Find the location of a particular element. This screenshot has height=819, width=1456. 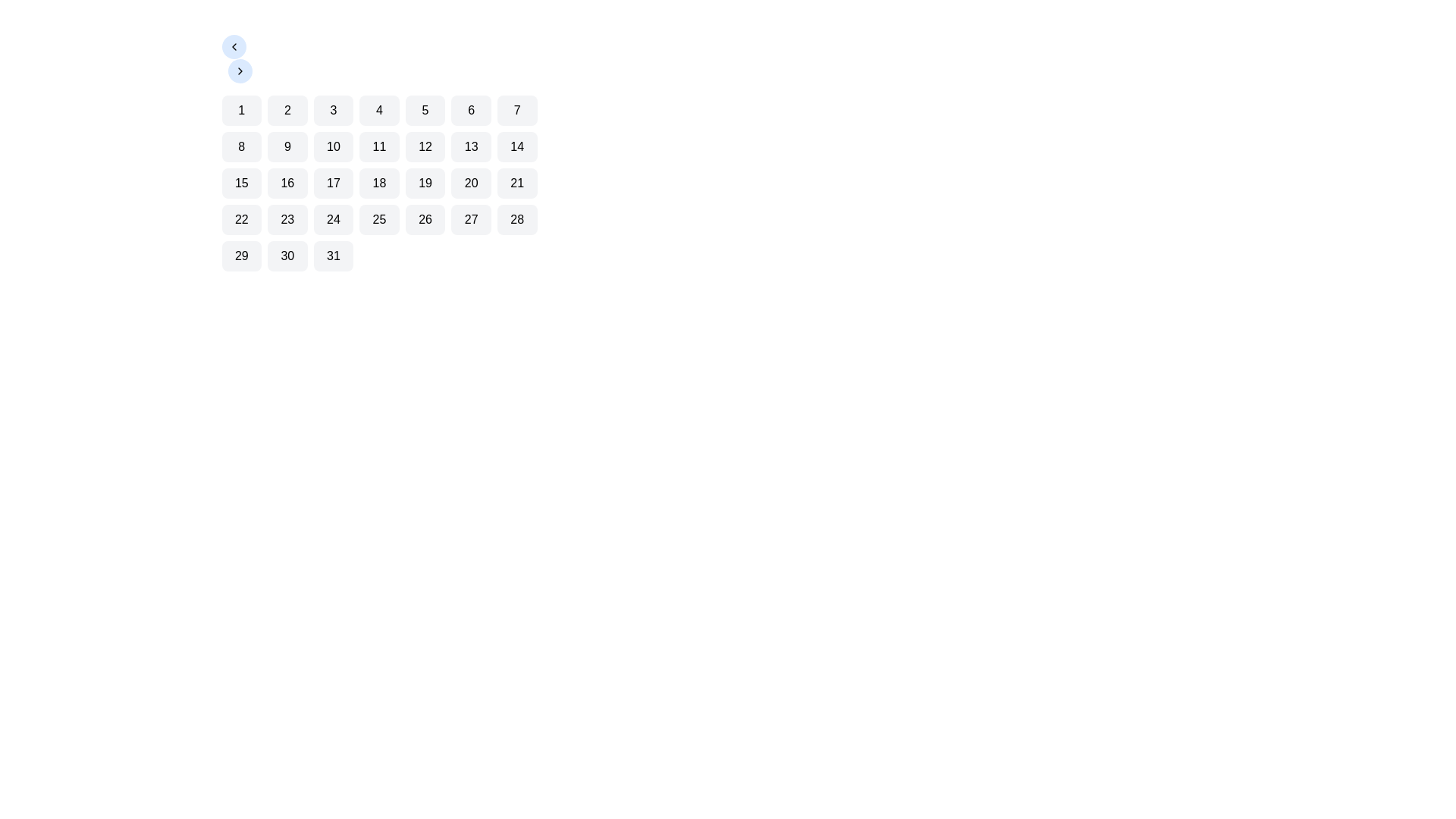

the button representing the fourth day in the calendar view is located at coordinates (379, 110).